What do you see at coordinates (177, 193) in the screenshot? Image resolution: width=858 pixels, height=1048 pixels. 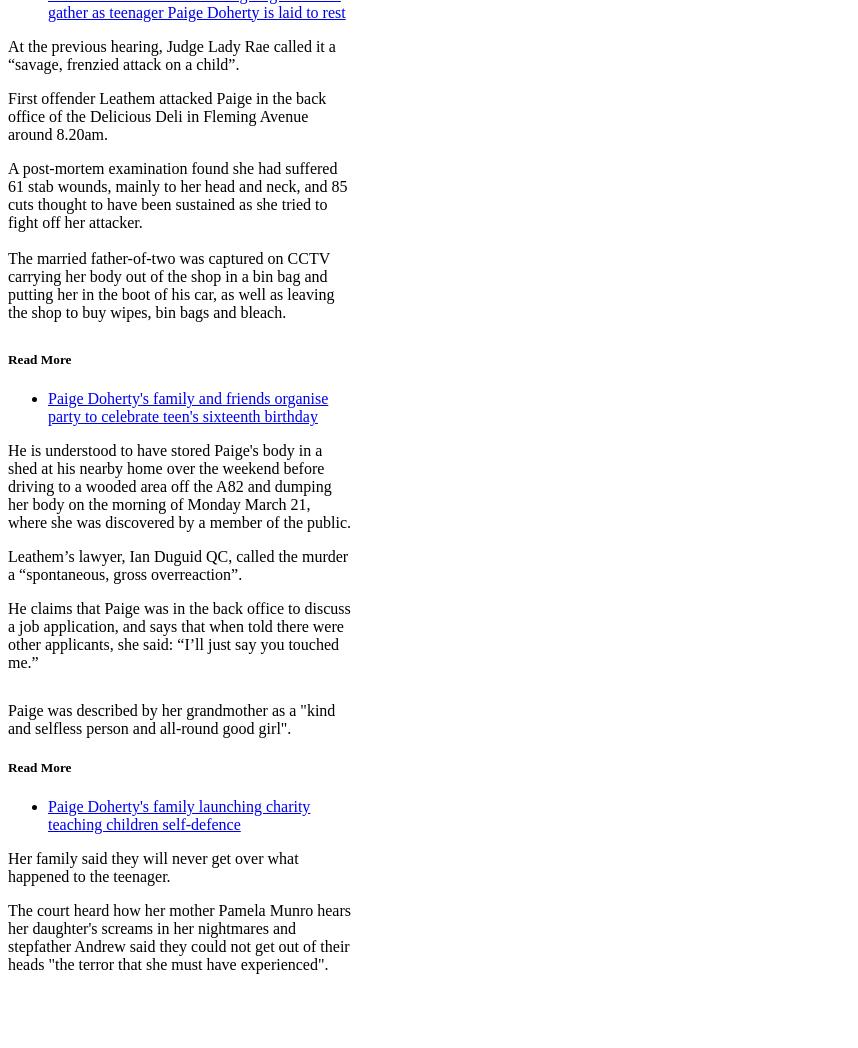 I see `'A post-mortem examination found she had suffered 61 stab wounds, mainly to her head and neck, and 85 cuts thought to have been sustained as she tried to fight off her attacker.'` at bounding box center [177, 193].